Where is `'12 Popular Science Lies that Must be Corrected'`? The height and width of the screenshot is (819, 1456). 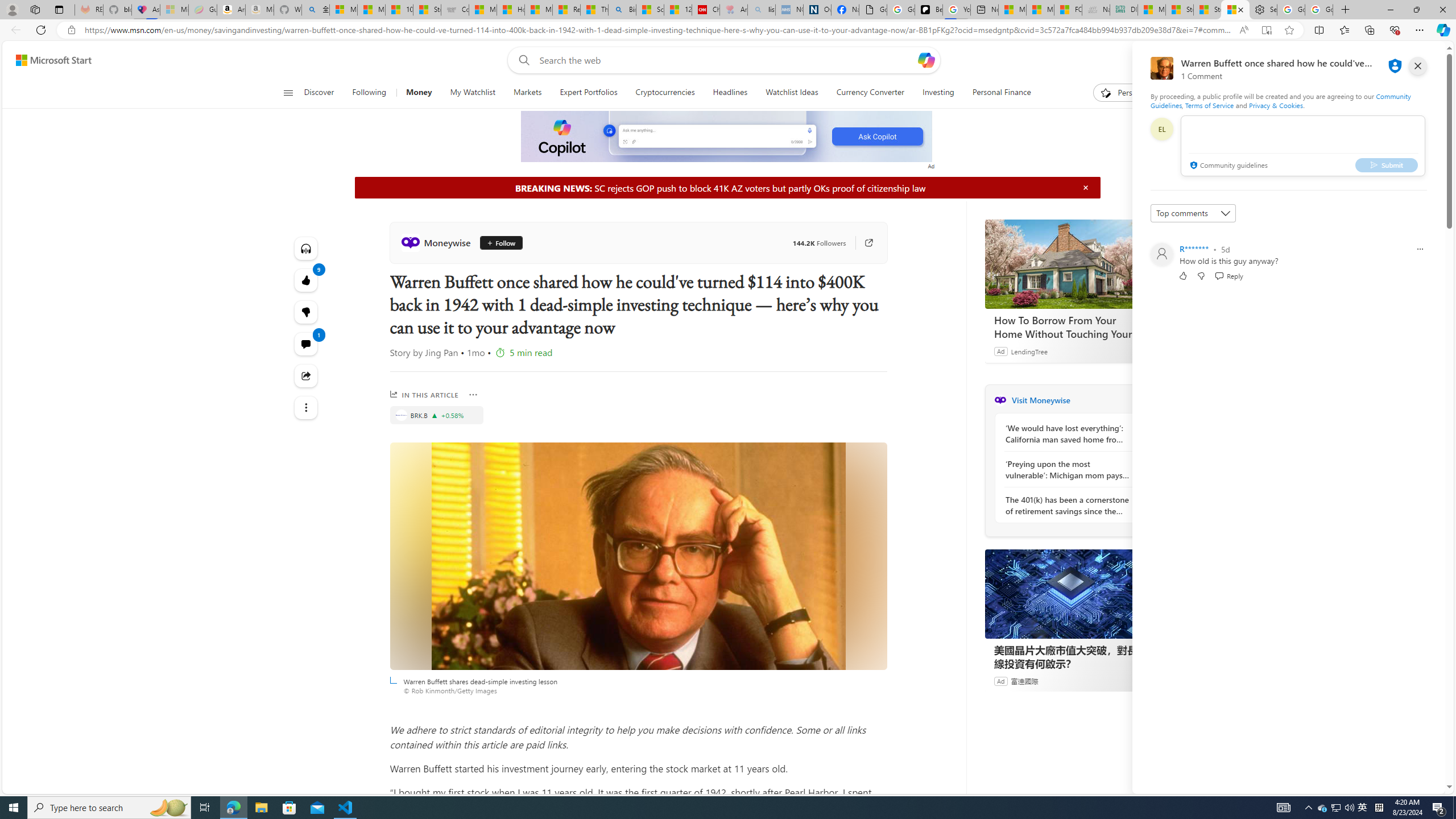 '12 Popular Science Lies that Must be Corrected' is located at coordinates (677, 9).